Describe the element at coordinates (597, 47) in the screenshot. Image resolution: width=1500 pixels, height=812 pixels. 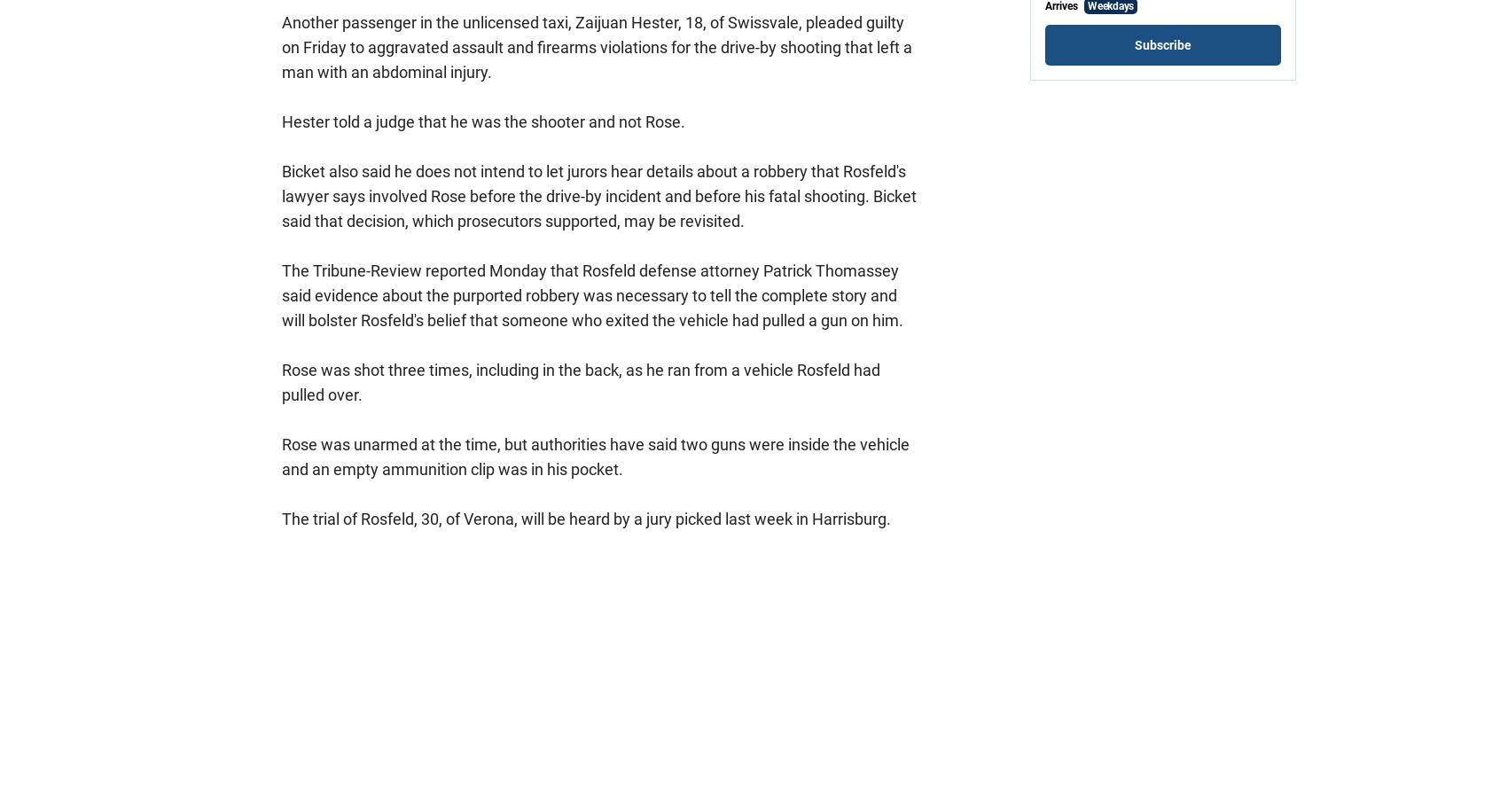
I see `'Another passenger in the unlicensed taxi, Zaijuan Hester, 18, of Swissvale, pleaded guilty on Friday to aggravated assault and firearms violations for the drive-by shooting that left a man with an abdominal injury.'` at that location.